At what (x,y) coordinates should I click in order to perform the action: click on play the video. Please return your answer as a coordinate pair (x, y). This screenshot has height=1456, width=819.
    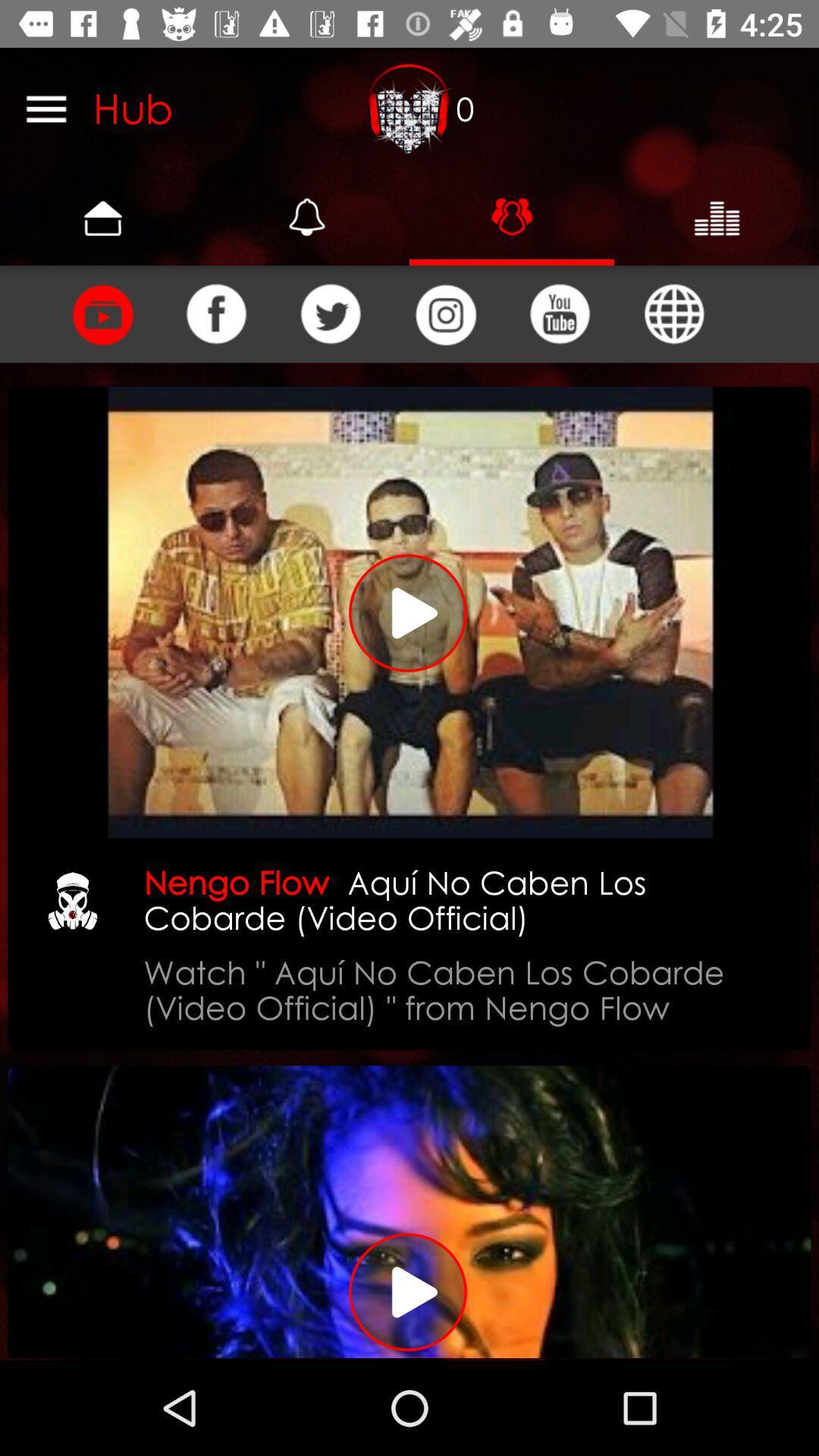
    Looking at the image, I should click on (409, 1211).